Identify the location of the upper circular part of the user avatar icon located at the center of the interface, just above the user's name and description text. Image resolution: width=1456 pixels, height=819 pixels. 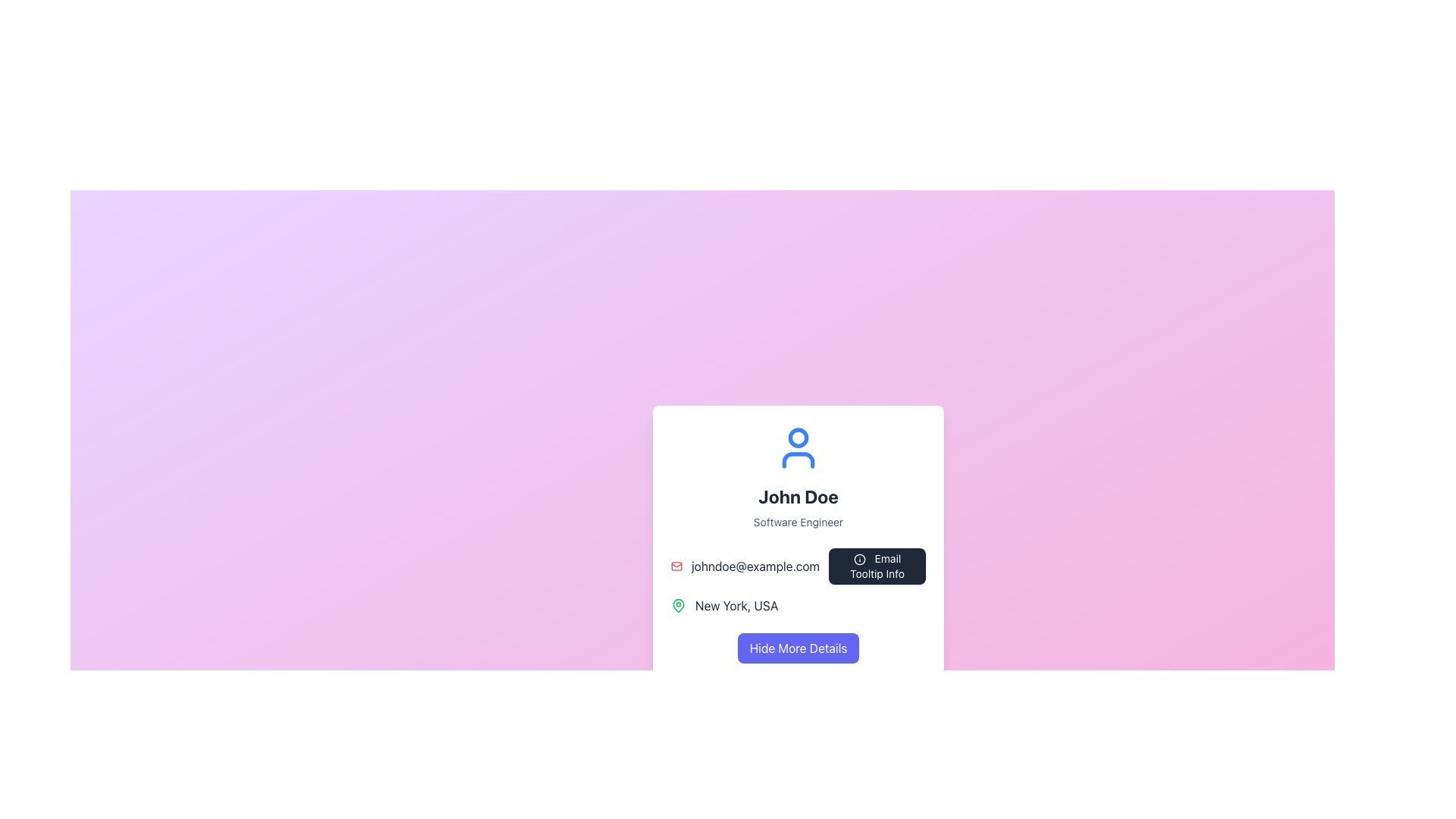
(797, 438).